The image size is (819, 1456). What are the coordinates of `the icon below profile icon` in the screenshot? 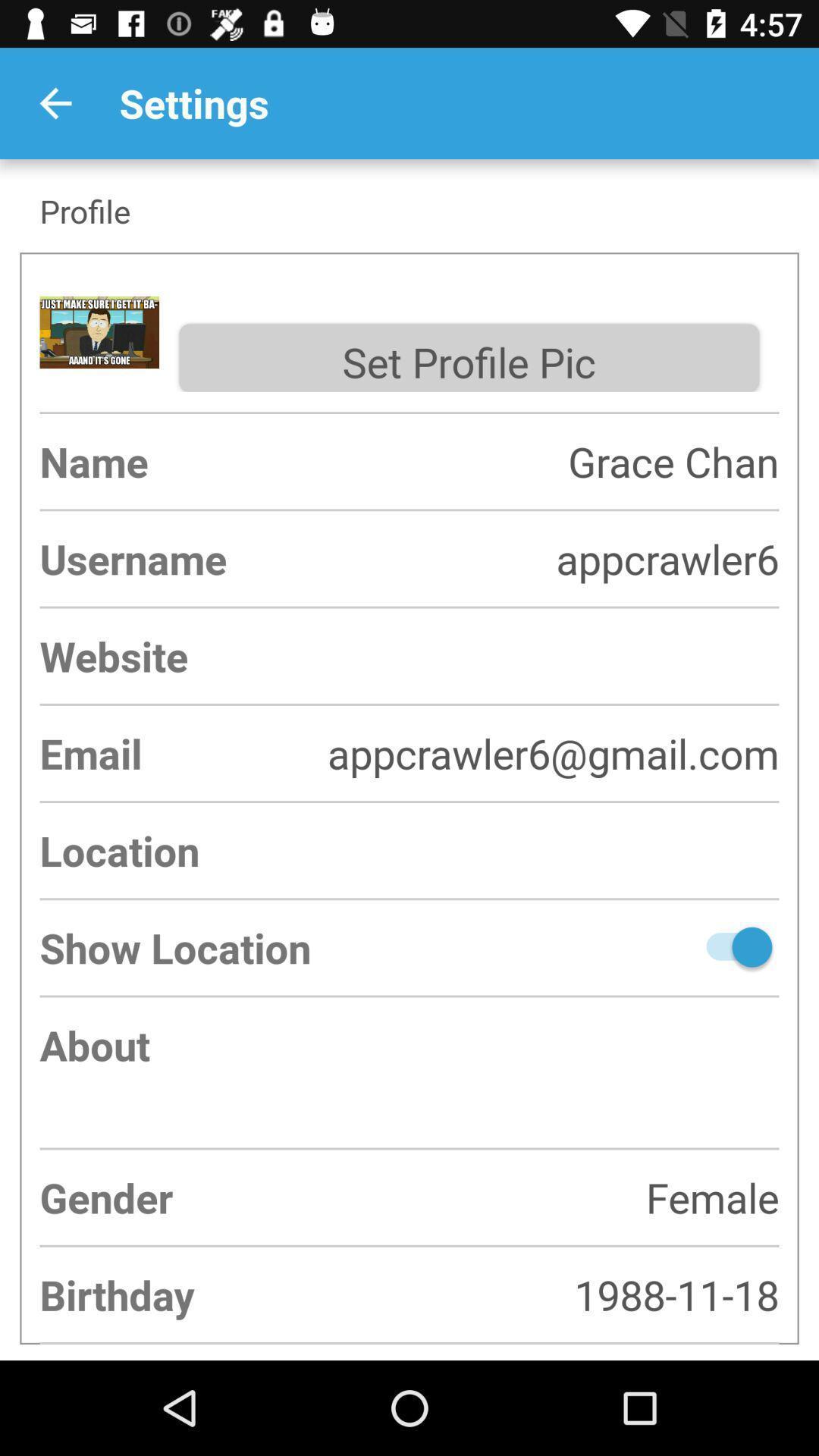 It's located at (468, 357).